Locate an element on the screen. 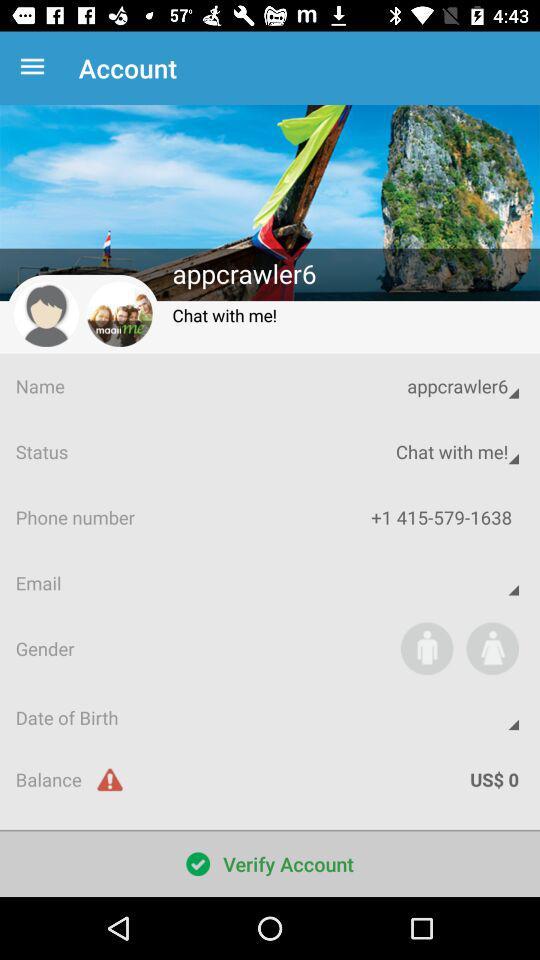 This screenshot has height=960, width=540. verify account icon is located at coordinates (270, 863).